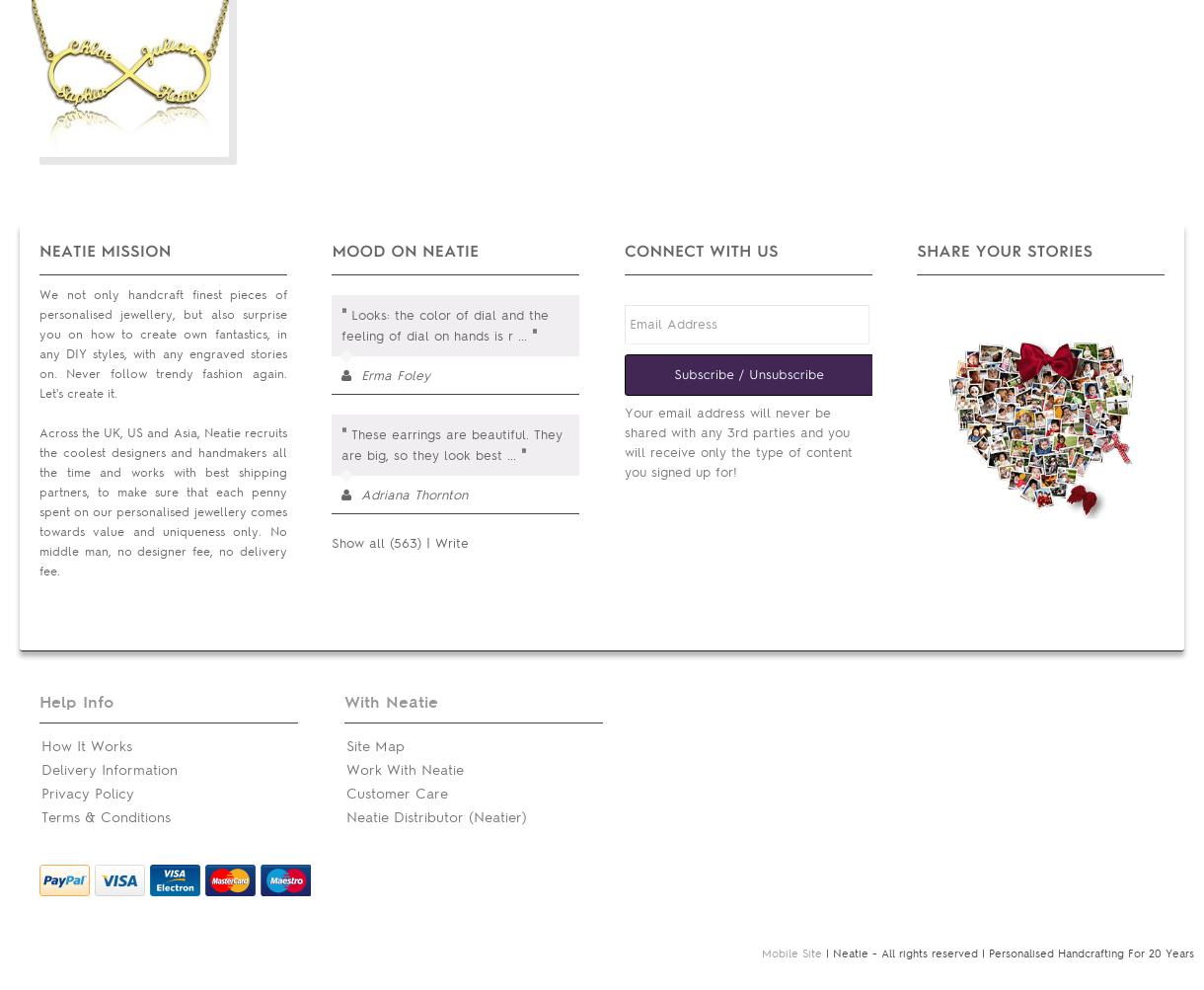  I want to click on 'Wish List', so click(1063, 794).